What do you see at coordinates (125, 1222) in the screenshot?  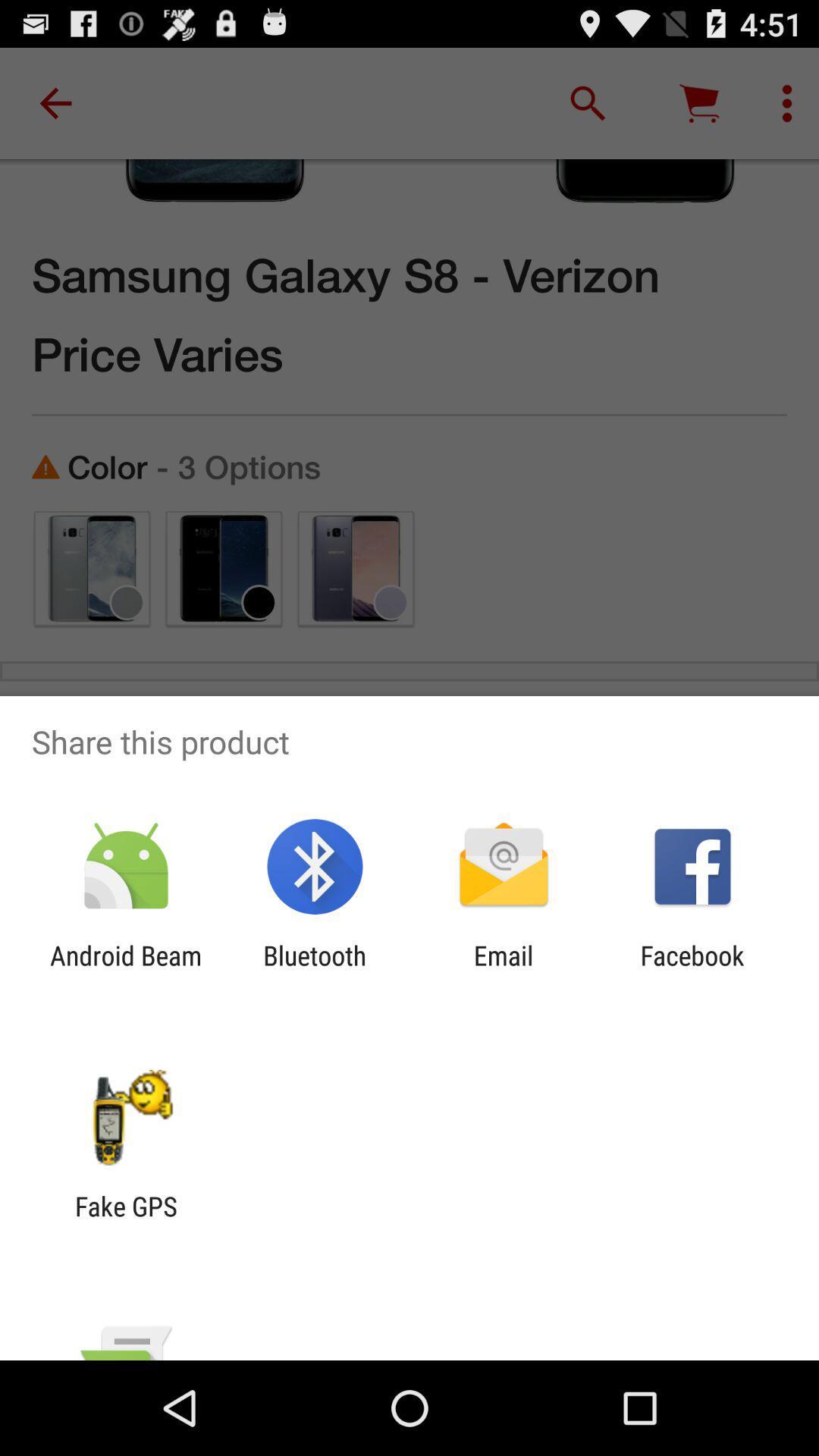 I see `fake gps item` at bounding box center [125, 1222].